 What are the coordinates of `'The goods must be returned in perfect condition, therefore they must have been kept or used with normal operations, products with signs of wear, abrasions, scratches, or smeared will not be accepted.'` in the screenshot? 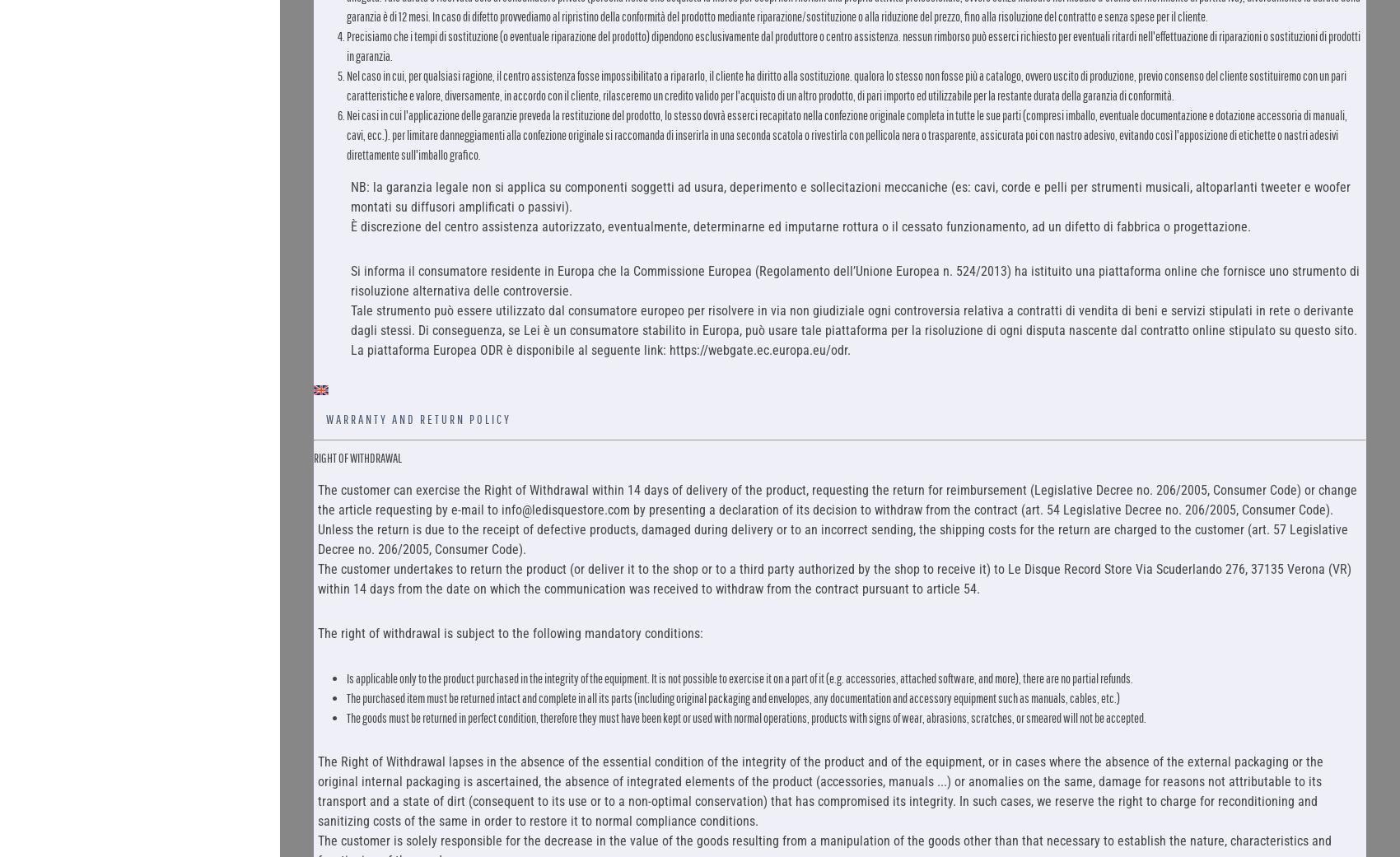 It's located at (745, 716).